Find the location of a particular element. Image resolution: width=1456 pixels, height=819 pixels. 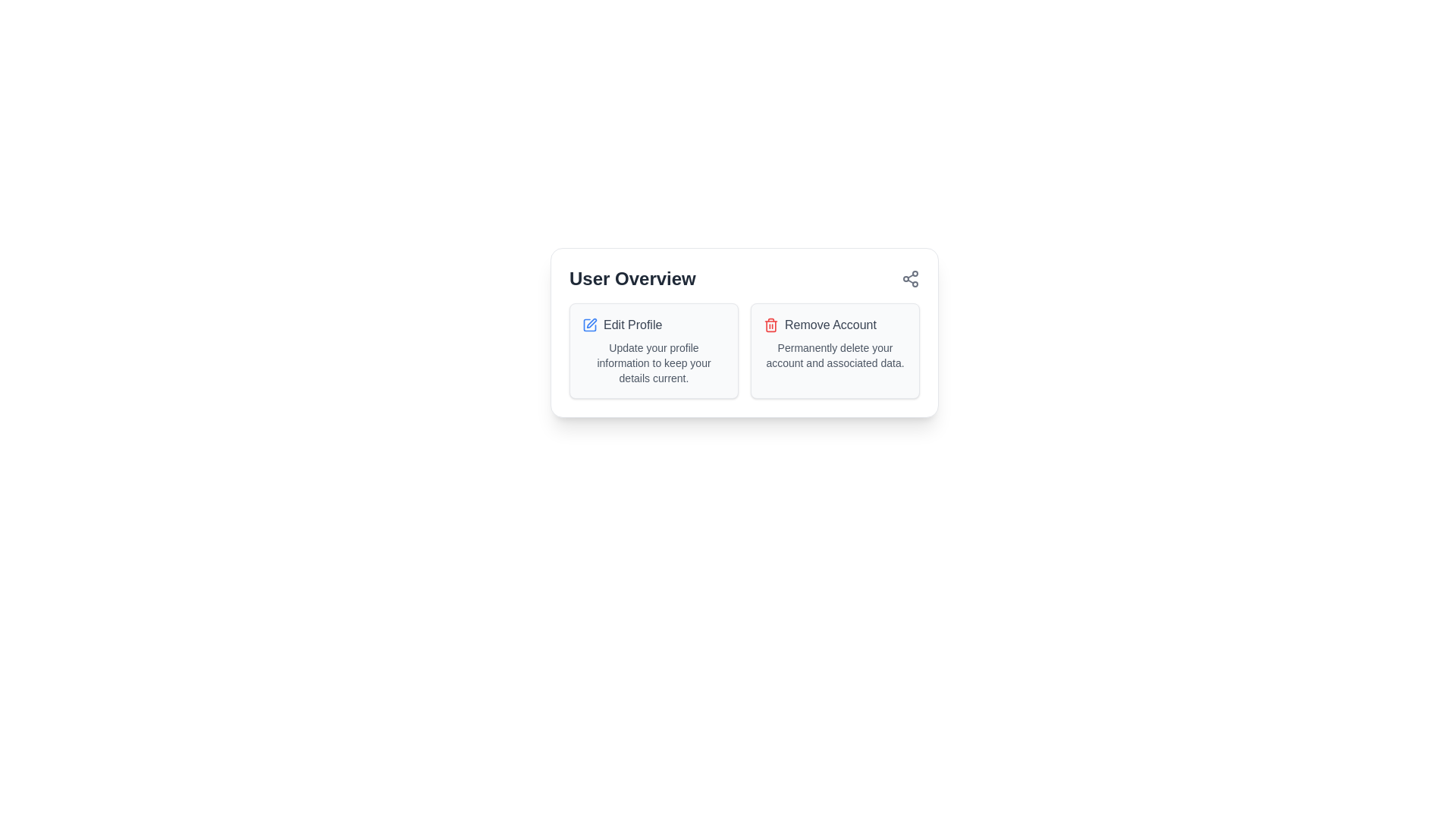

the vibrant blue square-shaped icon resembling a pen, located to the left of the 'Edit Profile' label, to associate it with the 'Edit Profile' action is located at coordinates (588, 324).